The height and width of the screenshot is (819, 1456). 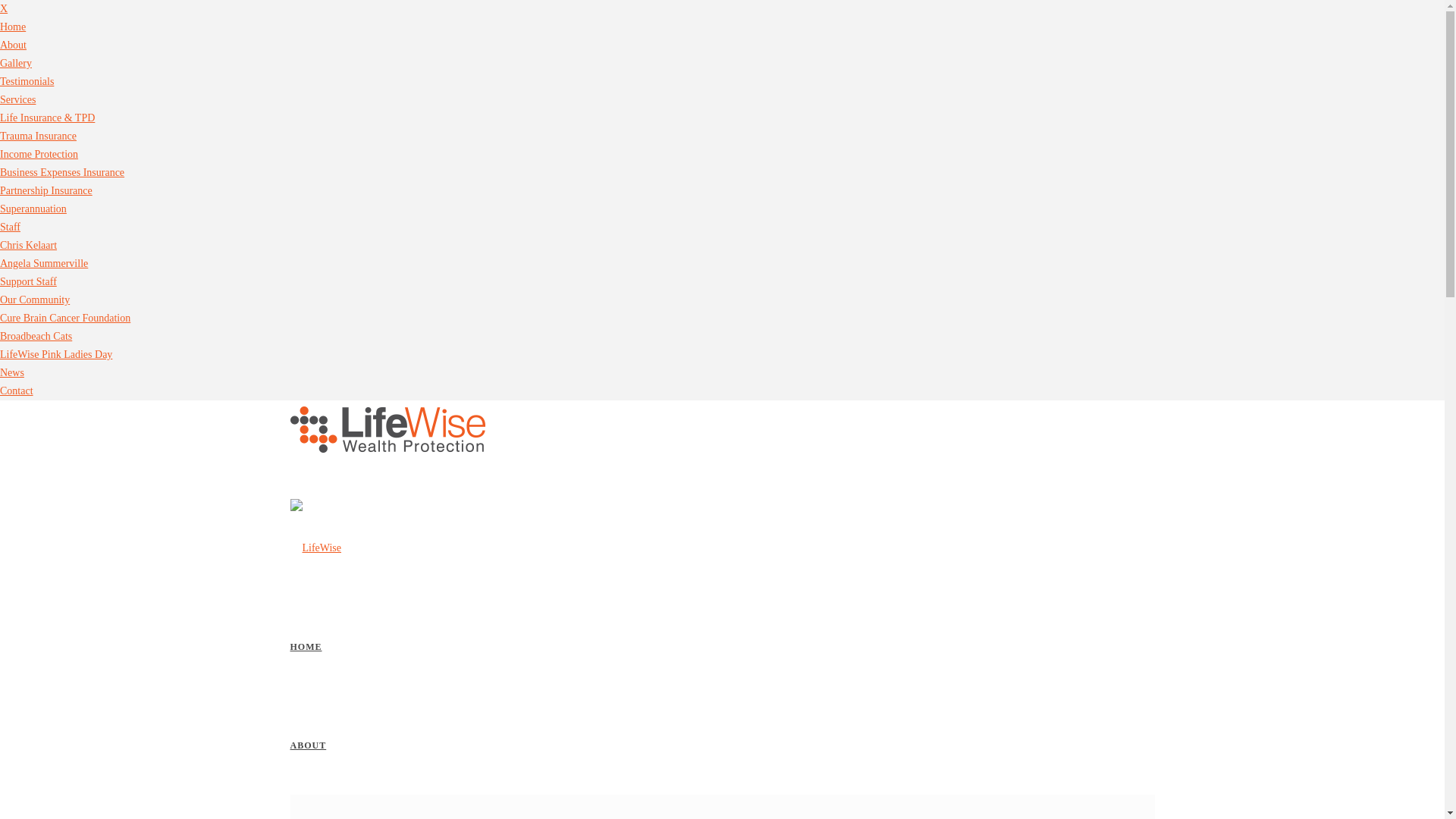 I want to click on 'HOME', so click(x=305, y=646).